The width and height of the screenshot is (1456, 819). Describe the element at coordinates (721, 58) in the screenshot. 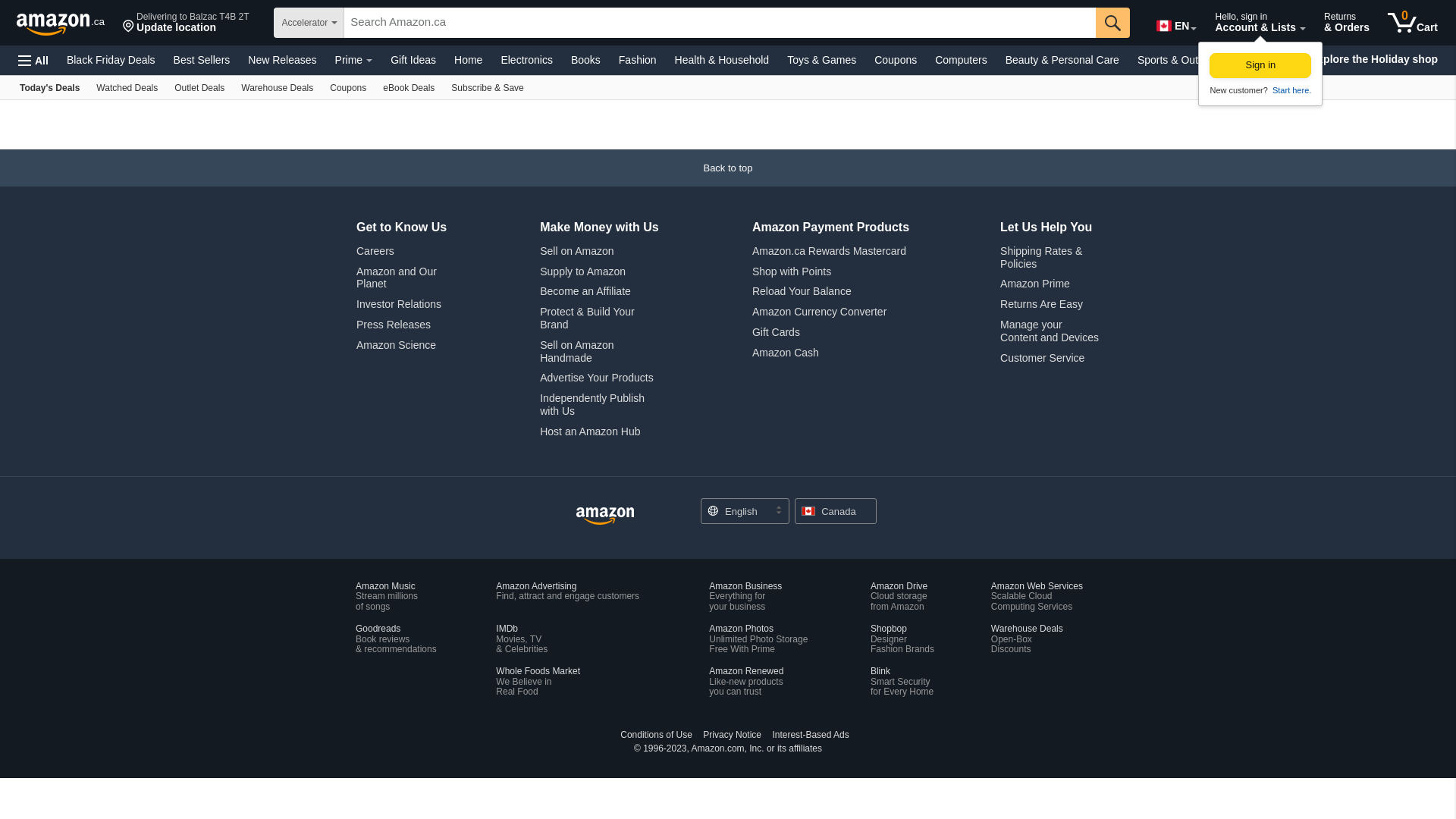

I see `'Health & Household'` at that location.